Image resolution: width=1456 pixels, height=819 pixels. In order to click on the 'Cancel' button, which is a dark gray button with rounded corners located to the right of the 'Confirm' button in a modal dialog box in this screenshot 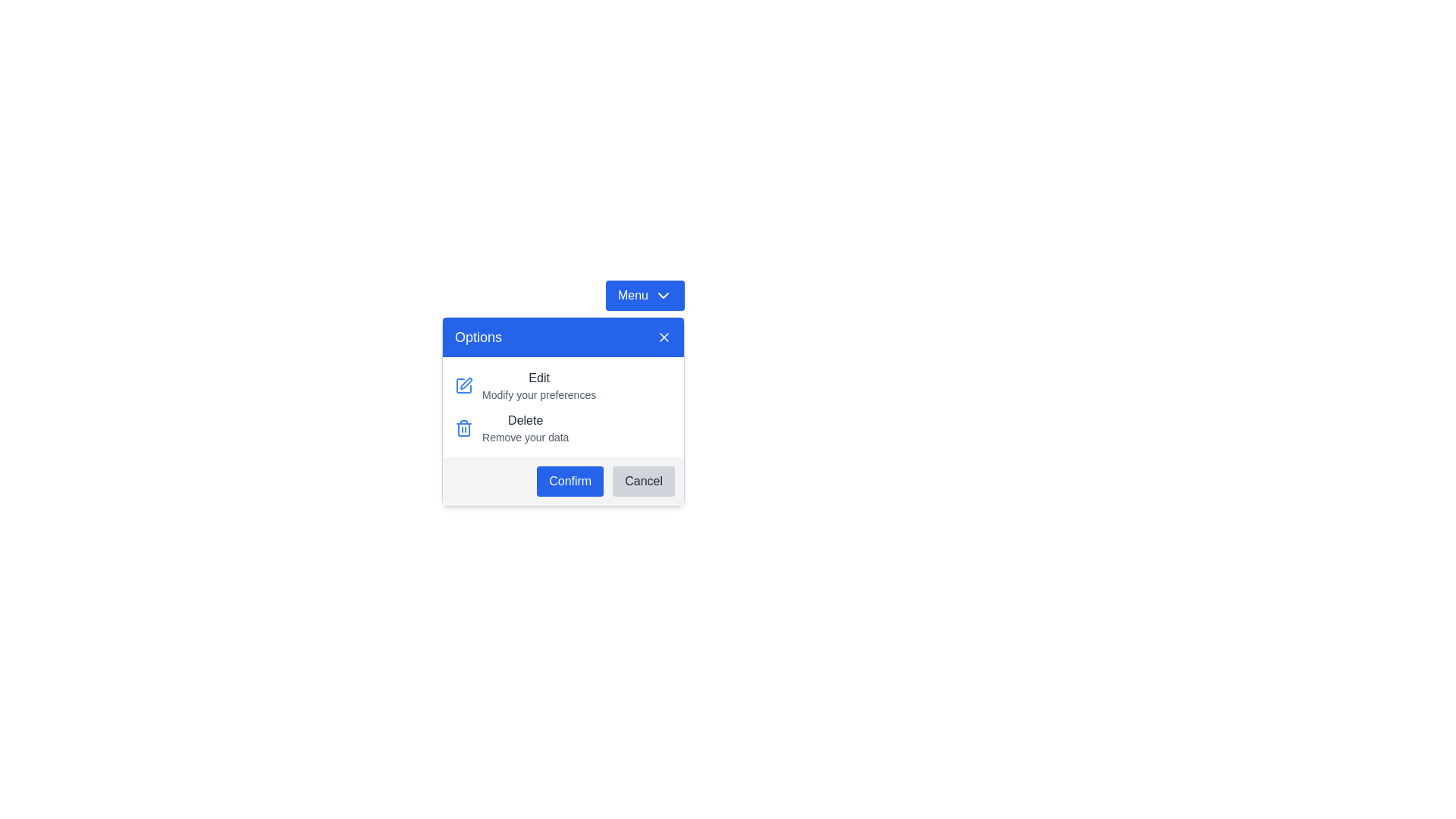, I will do `click(644, 482)`.